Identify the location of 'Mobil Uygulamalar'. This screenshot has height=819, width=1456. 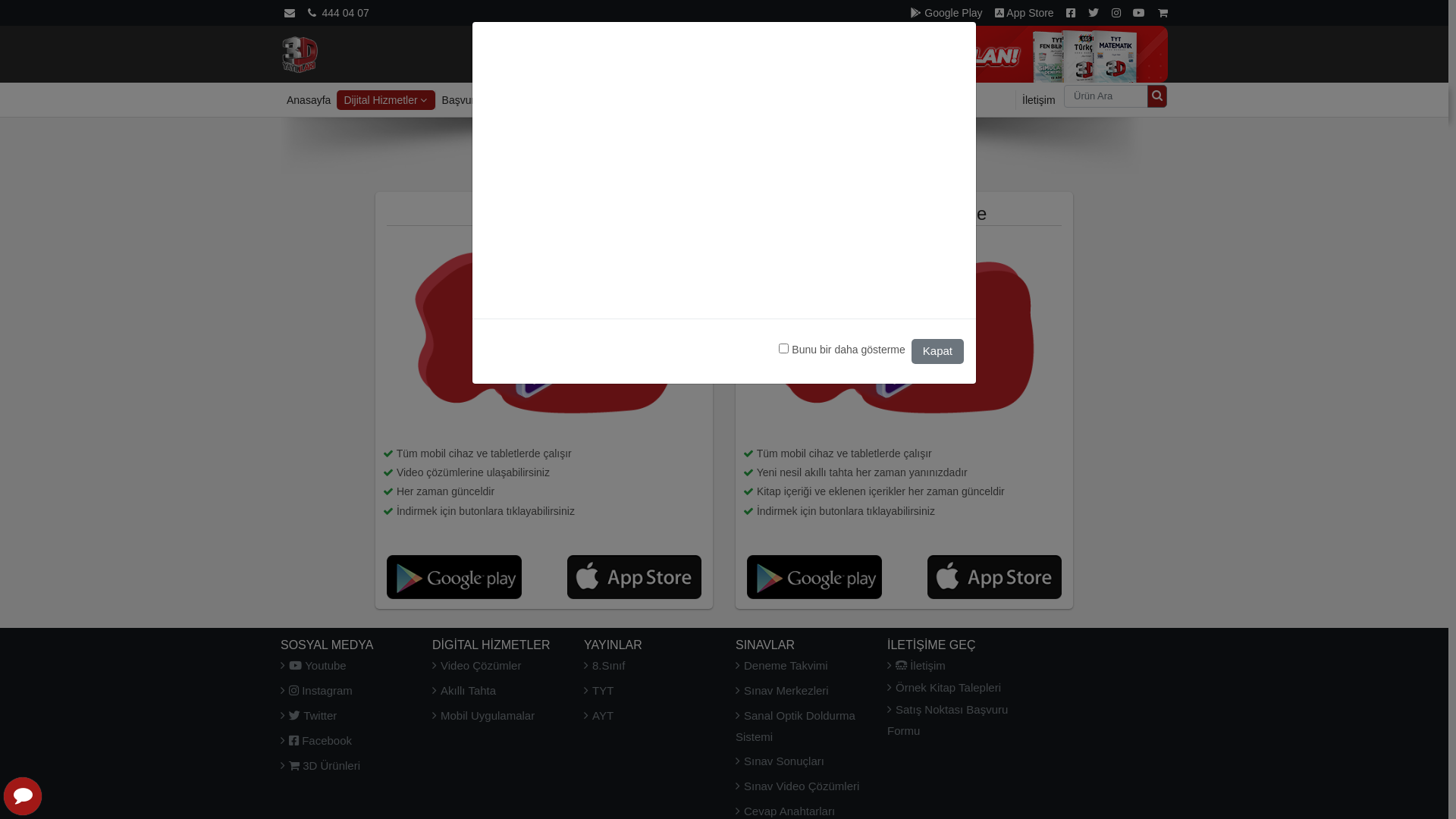
(482, 715).